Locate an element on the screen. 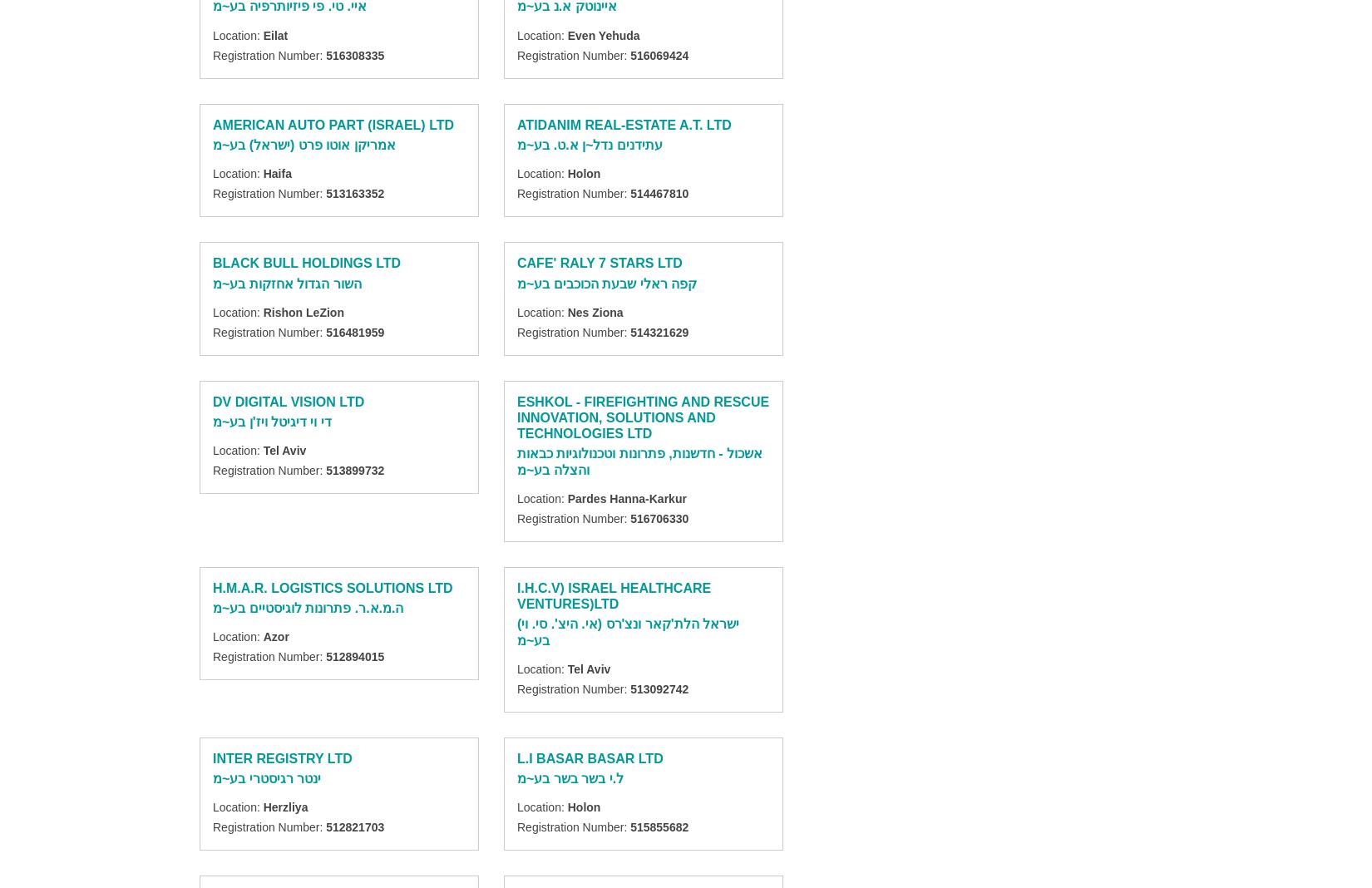  'Even Yehuda' is located at coordinates (602, 33).